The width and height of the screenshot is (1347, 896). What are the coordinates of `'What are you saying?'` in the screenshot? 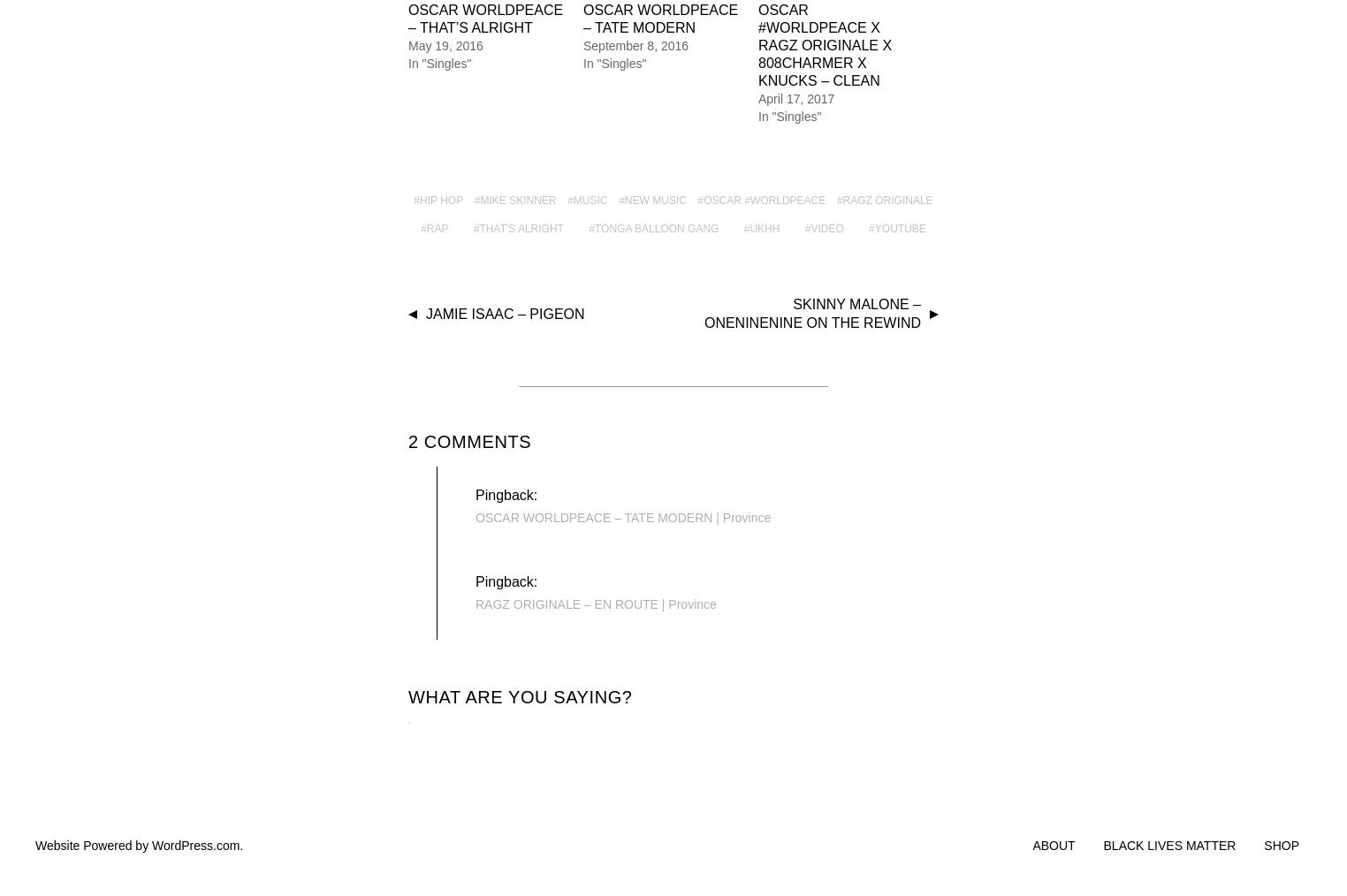 It's located at (520, 695).